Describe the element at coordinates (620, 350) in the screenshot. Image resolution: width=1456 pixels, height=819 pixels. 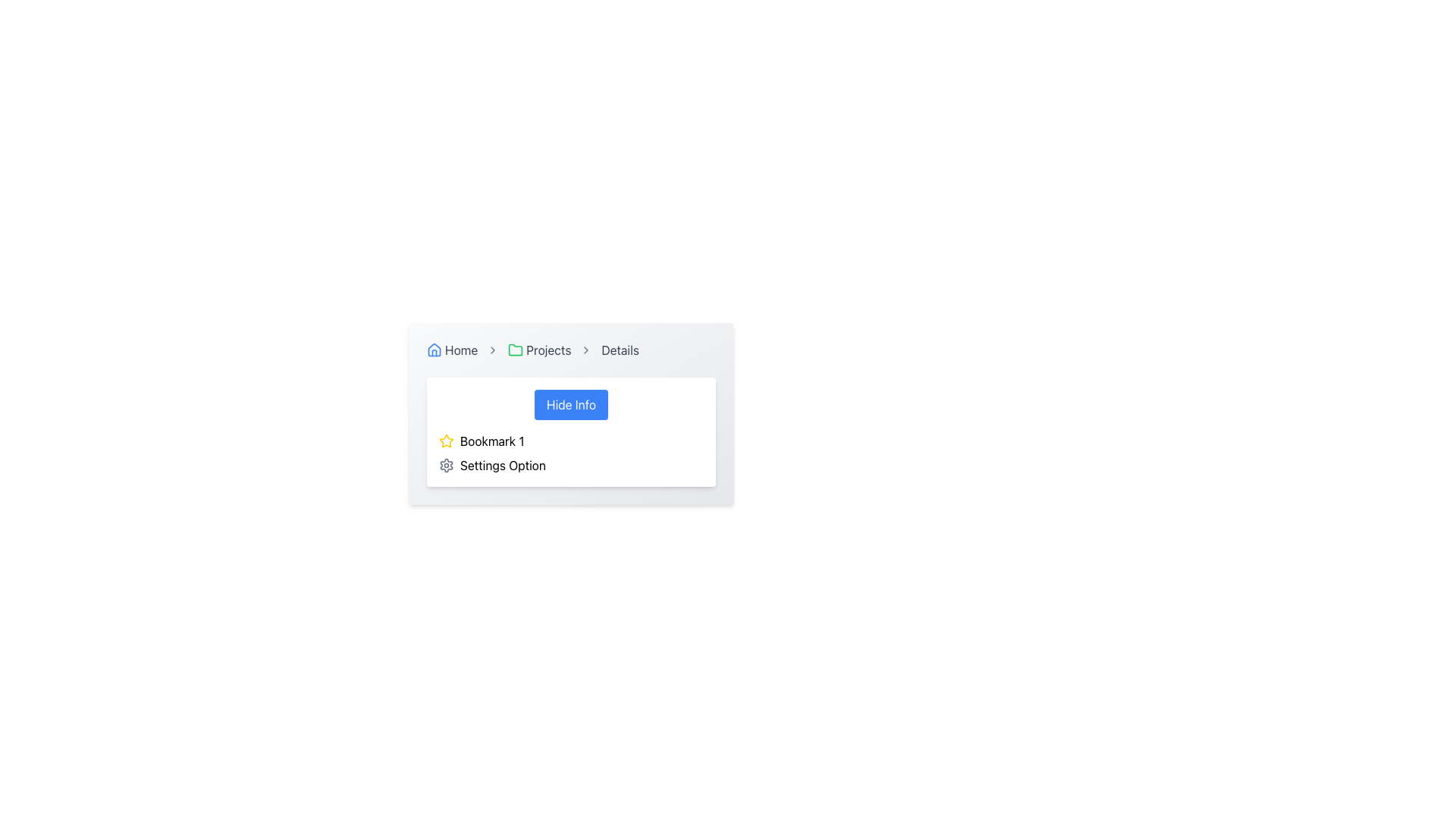
I see `the 'Details' text label in the breadcrumb navigation, which is styled in medium-sized gray font and is the last element in the sequence following 'Projects'` at that location.